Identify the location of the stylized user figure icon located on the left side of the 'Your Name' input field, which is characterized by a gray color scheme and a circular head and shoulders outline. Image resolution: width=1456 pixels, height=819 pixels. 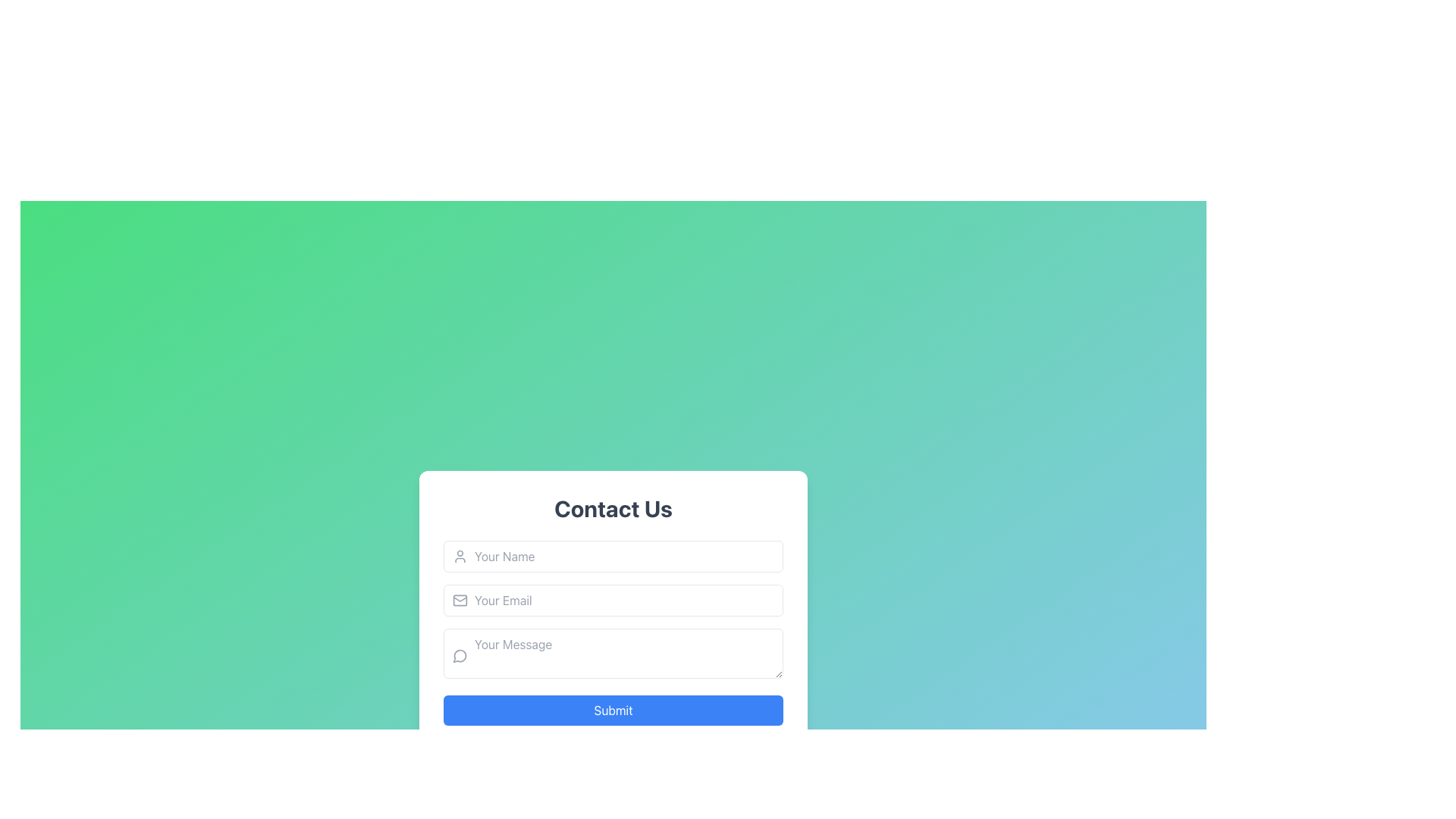
(459, 556).